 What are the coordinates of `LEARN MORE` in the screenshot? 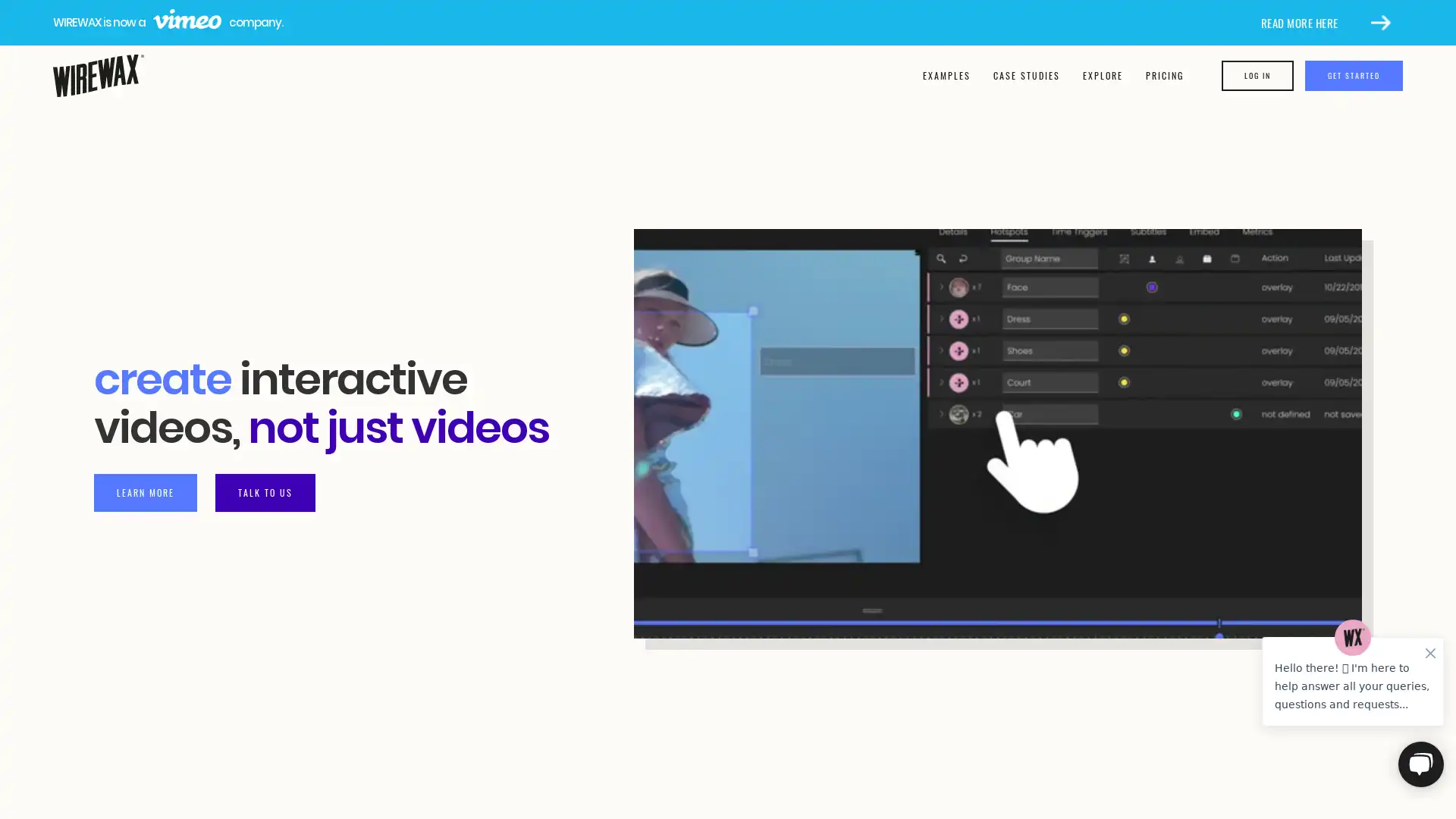 It's located at (146, 491).